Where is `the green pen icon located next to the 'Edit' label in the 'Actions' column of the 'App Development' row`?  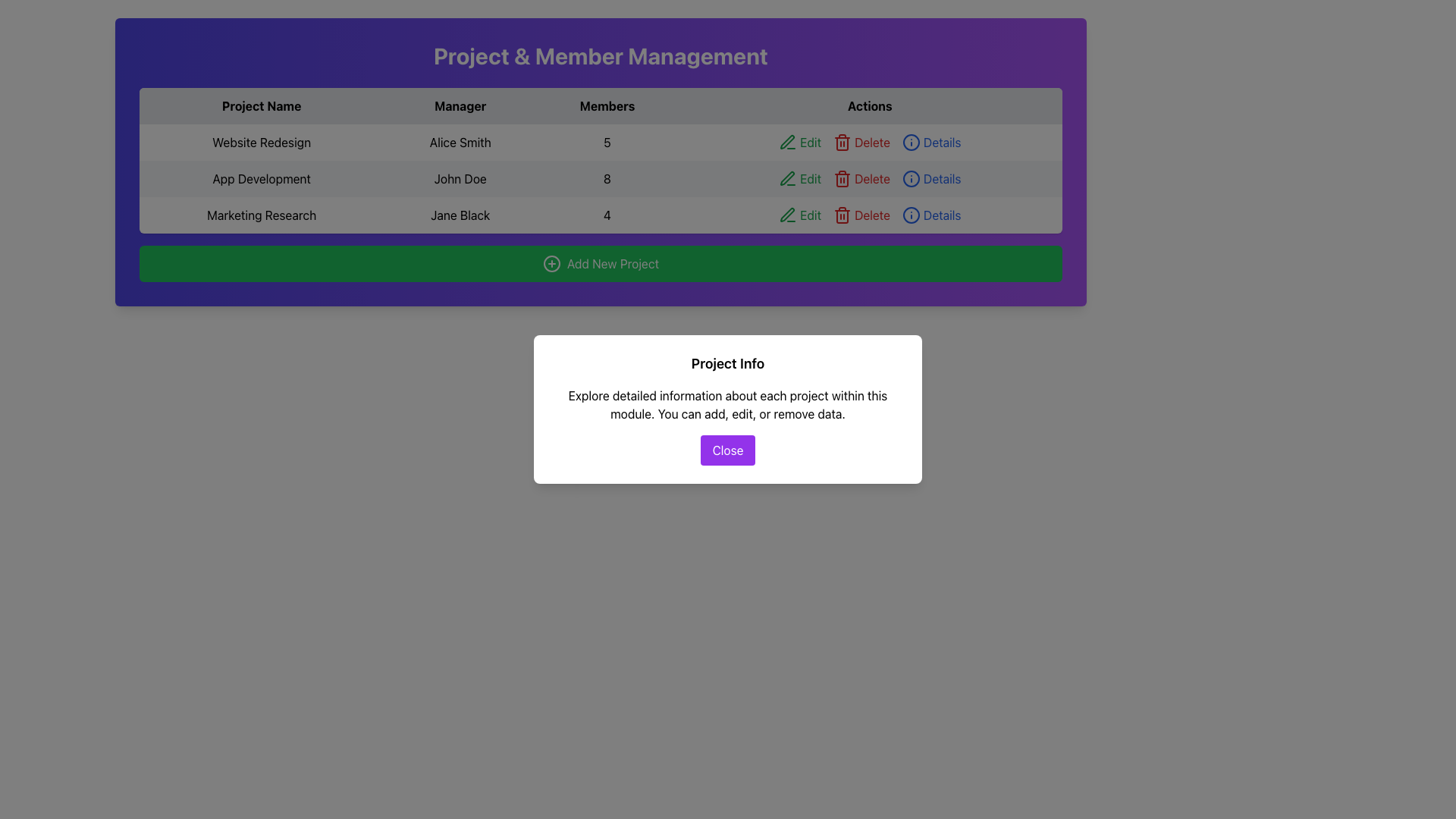
the green pen icon located next to the 'Edit' label in the 'Actions' column of the 'App Development' row is located at coordinates (788, 177).